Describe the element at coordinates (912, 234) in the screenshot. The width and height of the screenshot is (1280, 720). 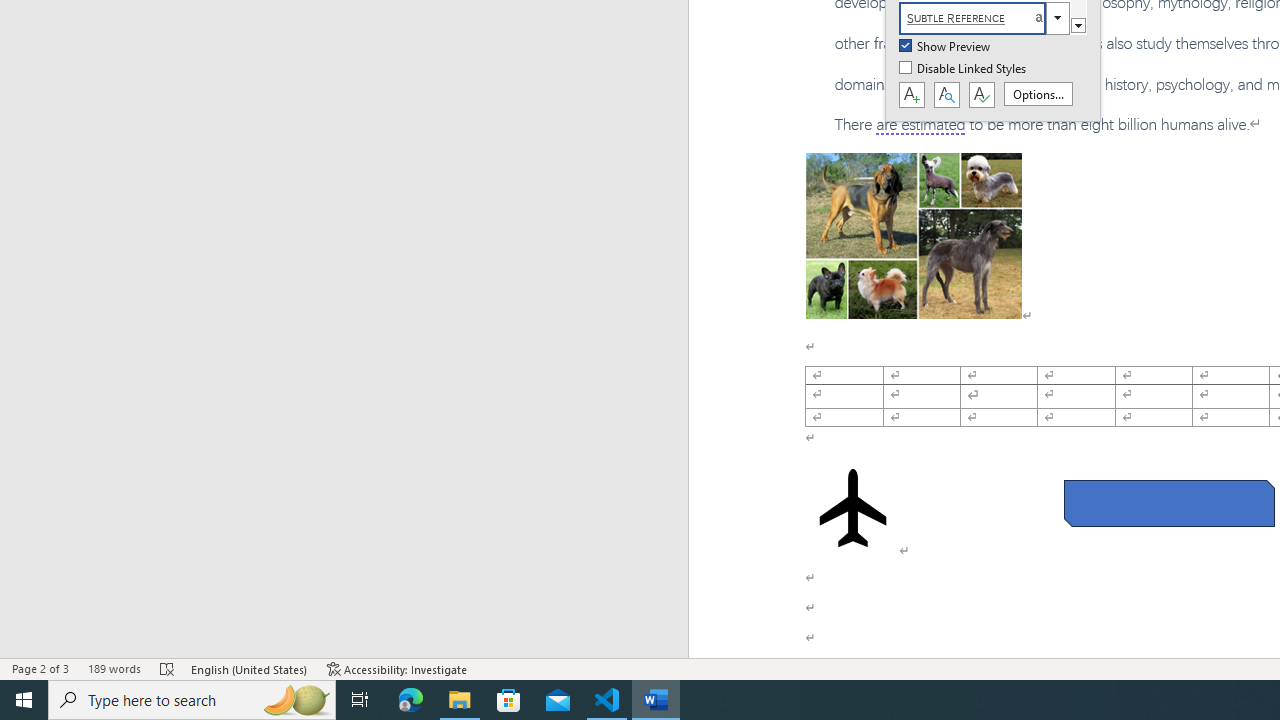
I see `'Morphological variation in six dogs'` at that location.